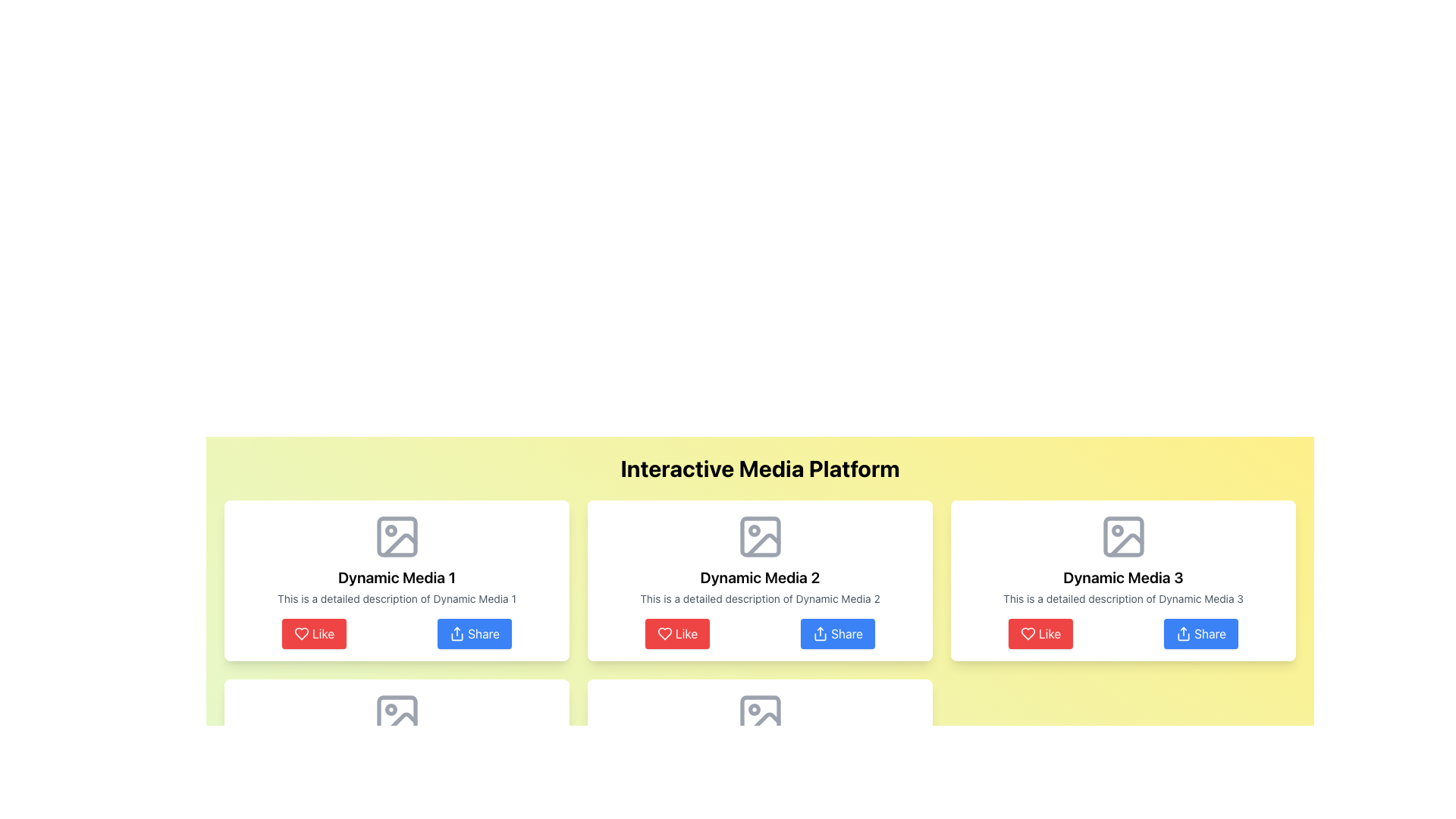 The height and width of the screenshot is (819, 1456). I want to click on the SVG shape representing a missing image placeholder in the icon region of the second card labeled 'Dynamic Media 2', located in the third row of the layout, so click(760, 716).